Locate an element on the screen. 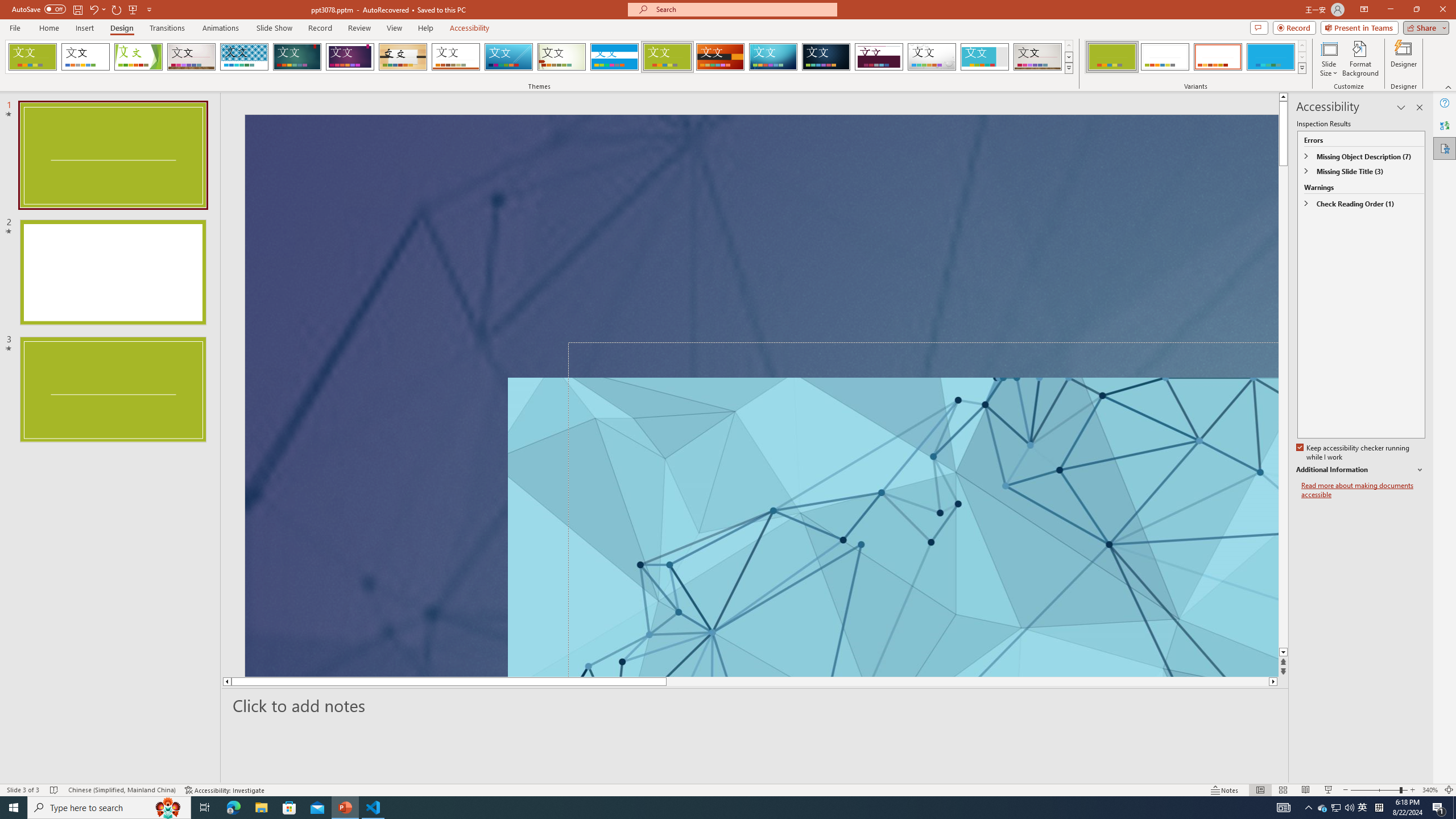  'Read more about making documents accessible' is located at coordinates (1363, 490).